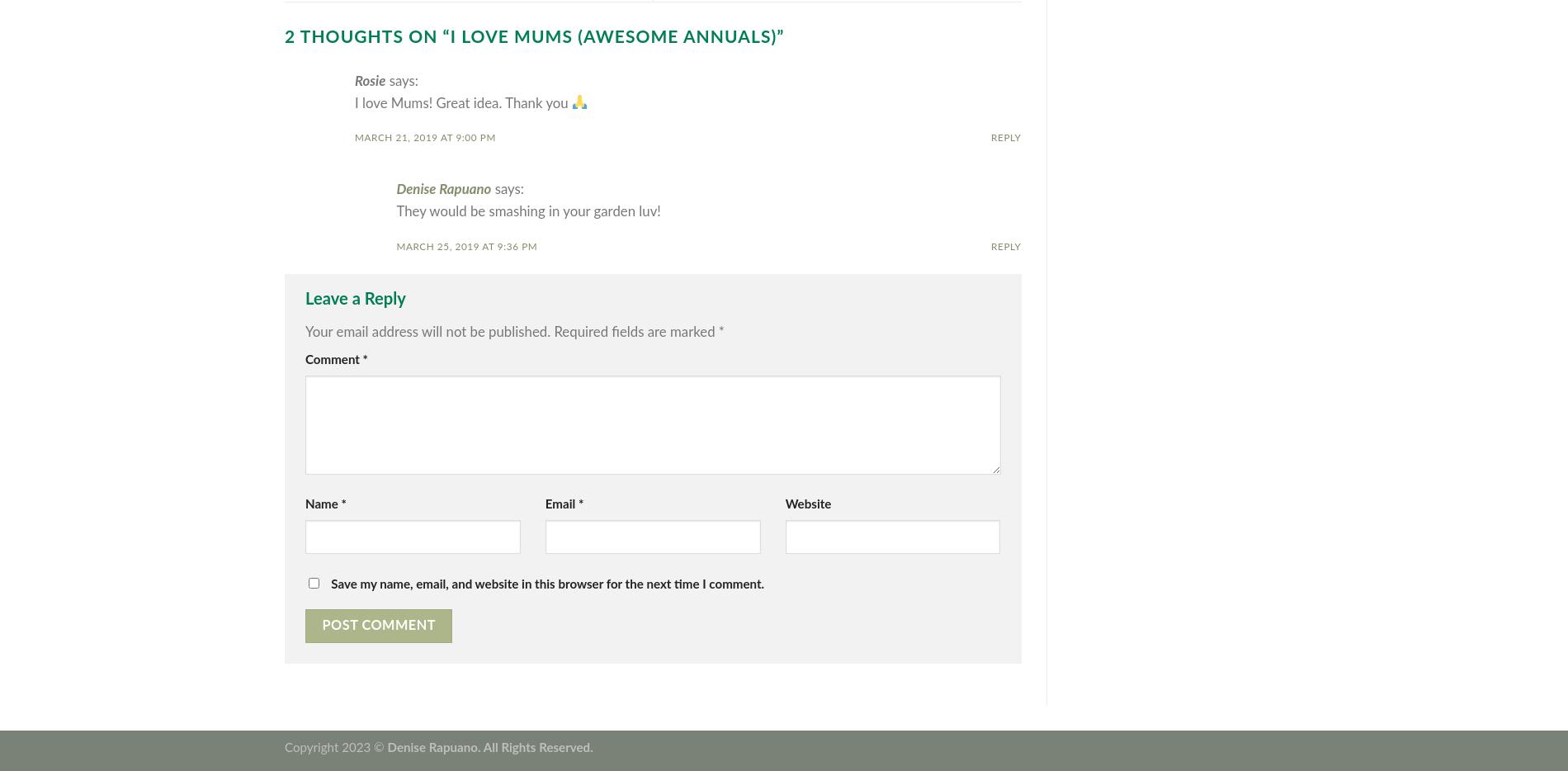 The height and width of the screenshot is (771, 1568). Describe the element at coordinates (427, 330) in the screenshot. I see `'Your email address will not be published.'` at that location.